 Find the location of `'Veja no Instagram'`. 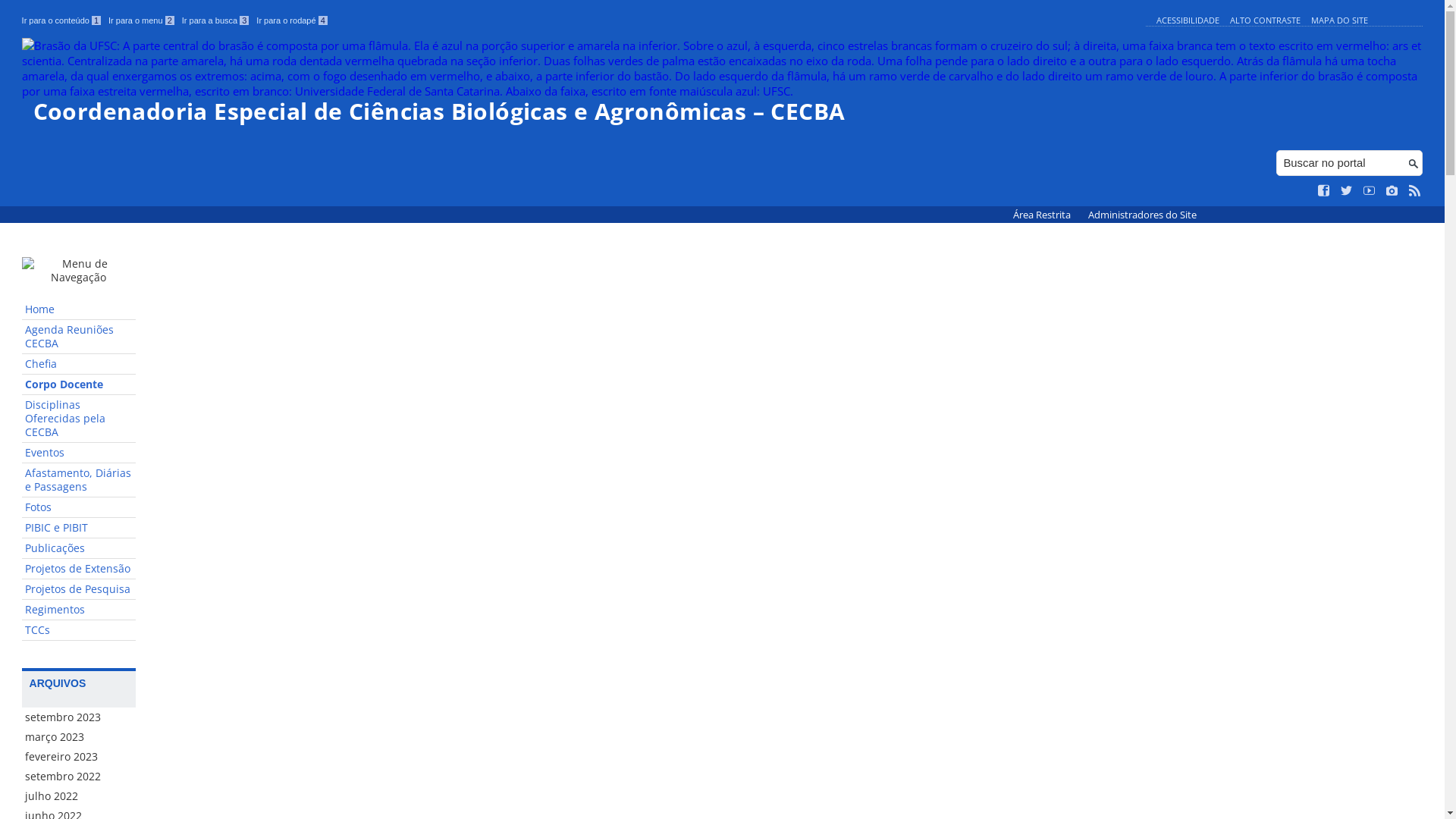

'Veja no Instagram' is located at coordinates (1392, 190).